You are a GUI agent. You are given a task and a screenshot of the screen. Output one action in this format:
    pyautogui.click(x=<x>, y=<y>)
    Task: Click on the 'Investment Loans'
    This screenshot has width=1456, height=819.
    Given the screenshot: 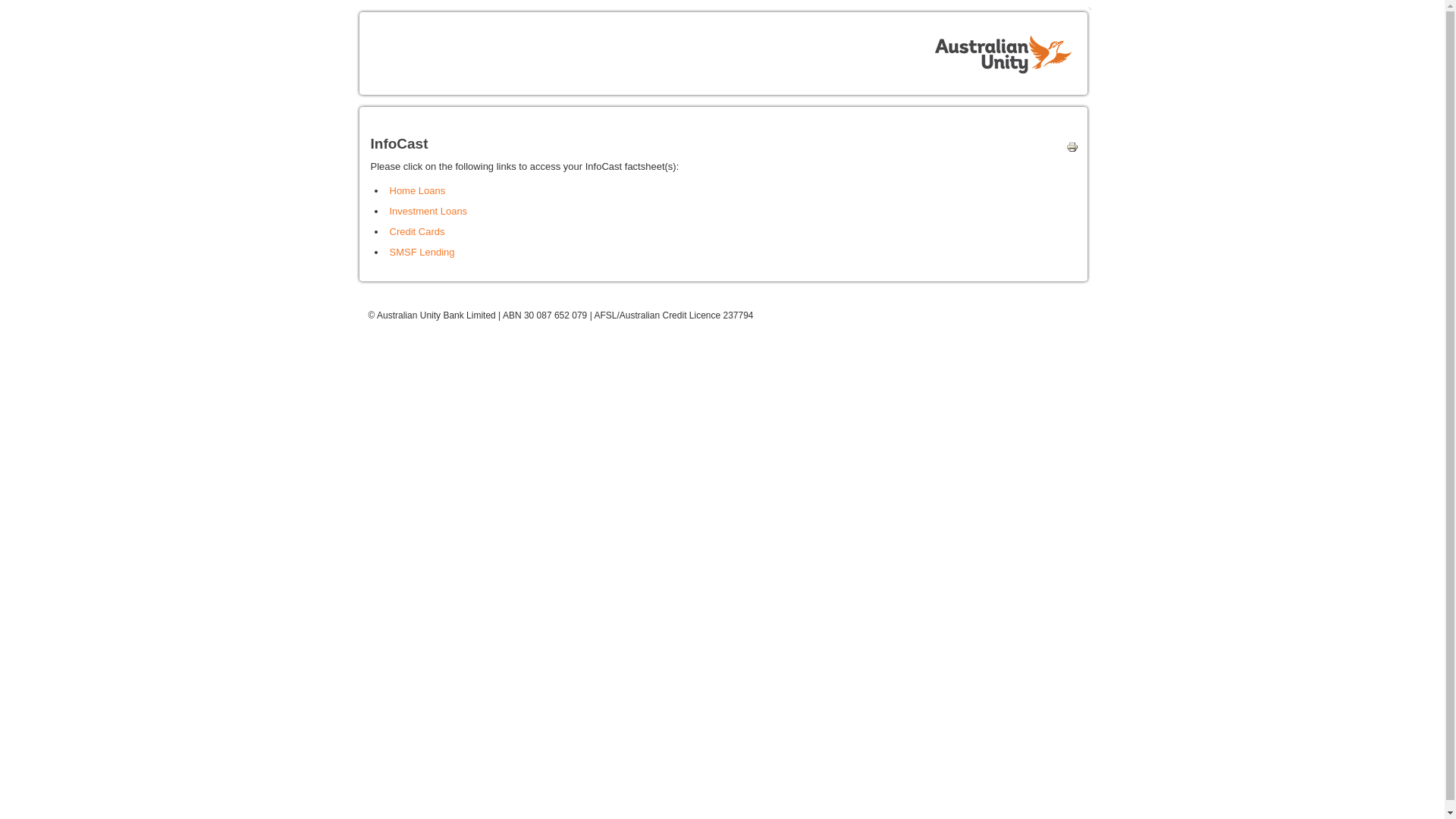 What is the action you would take?
    pyautogui.click(x=428, y=211)
    